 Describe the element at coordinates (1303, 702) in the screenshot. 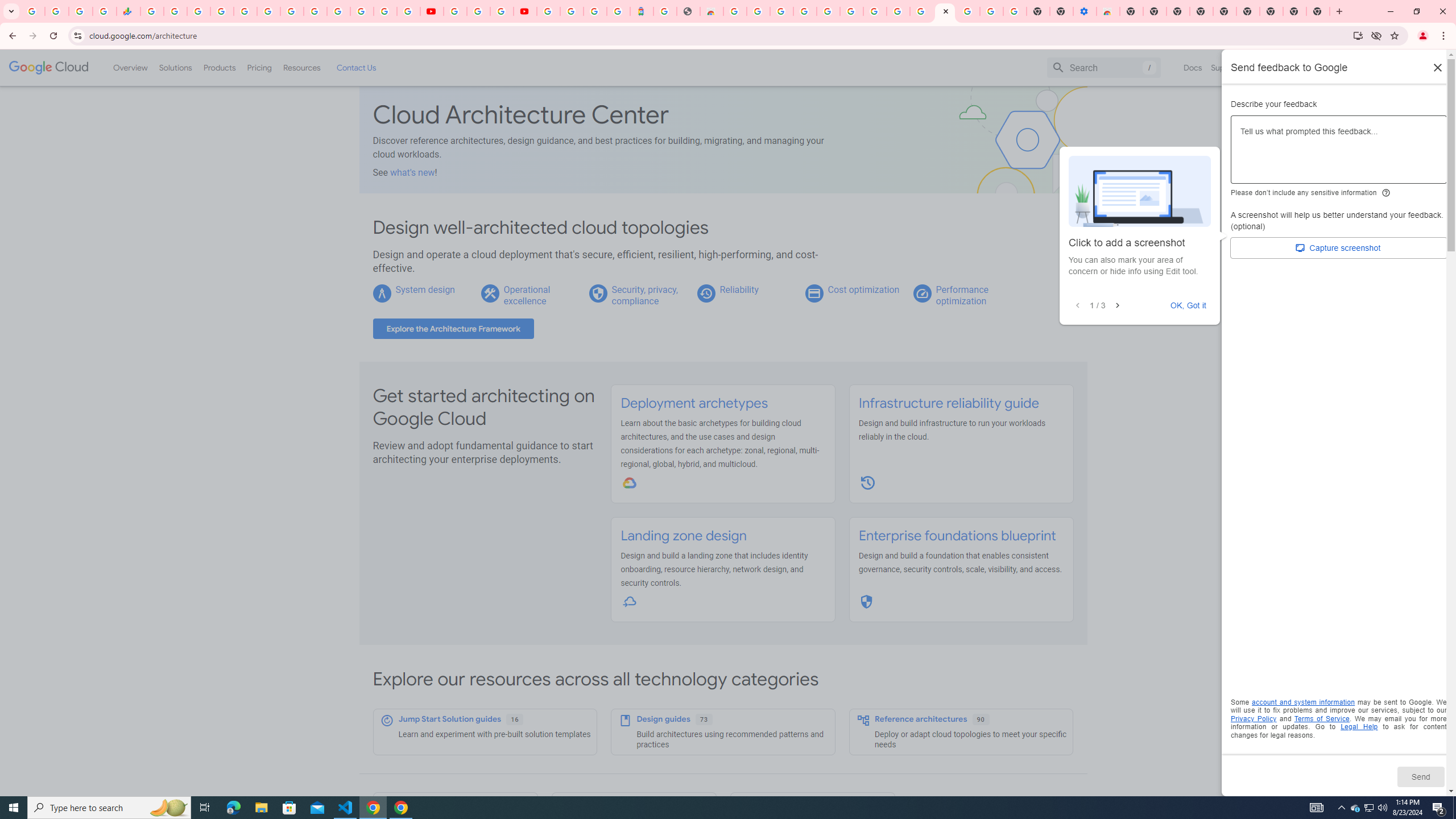

I see `'account and system information'` at that location.